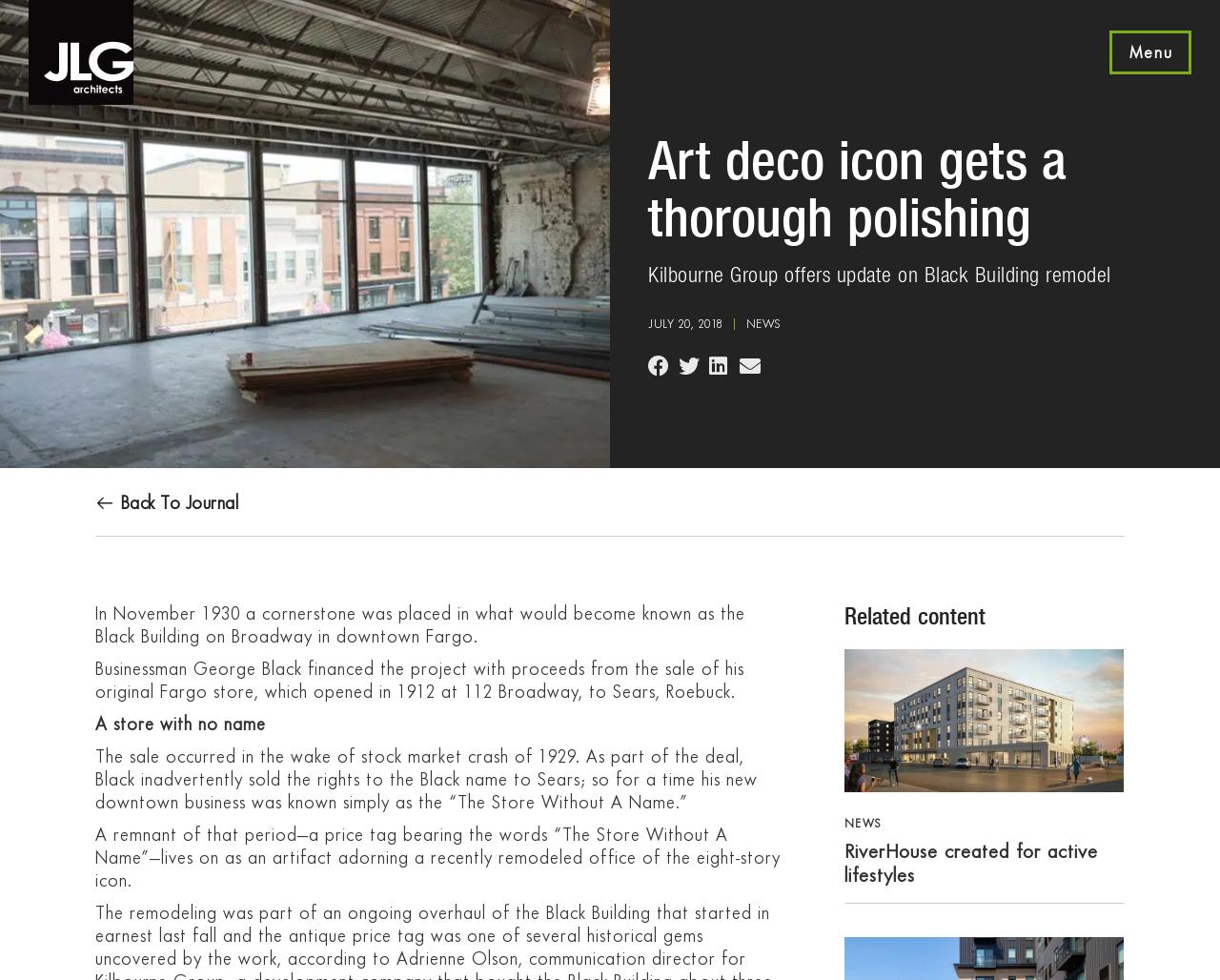  Describe the element at coordinates (418, 624) in the screenshot. I see `'In November 1930 a cornerstone was placed in what would become known as the Black Building on Broadway in downtown Fargo.'` at that location.